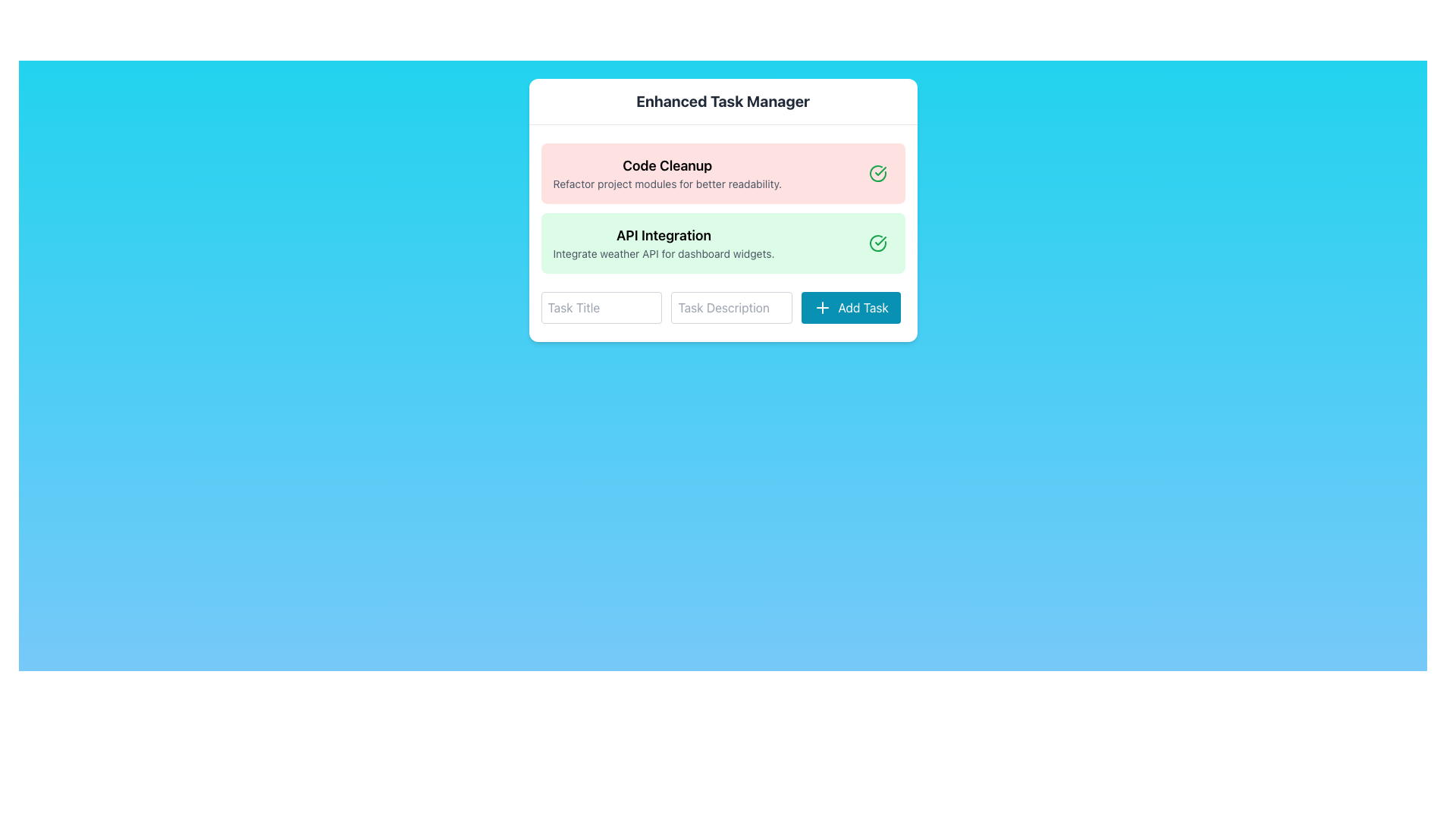 This screenshot has height=819, width=1456. Describe the element at coordinates (877, 172) in the screenshot. I see `the green circular checkmark icon located at the rightmost end of the 'Code Cleanup' task block` at that location.